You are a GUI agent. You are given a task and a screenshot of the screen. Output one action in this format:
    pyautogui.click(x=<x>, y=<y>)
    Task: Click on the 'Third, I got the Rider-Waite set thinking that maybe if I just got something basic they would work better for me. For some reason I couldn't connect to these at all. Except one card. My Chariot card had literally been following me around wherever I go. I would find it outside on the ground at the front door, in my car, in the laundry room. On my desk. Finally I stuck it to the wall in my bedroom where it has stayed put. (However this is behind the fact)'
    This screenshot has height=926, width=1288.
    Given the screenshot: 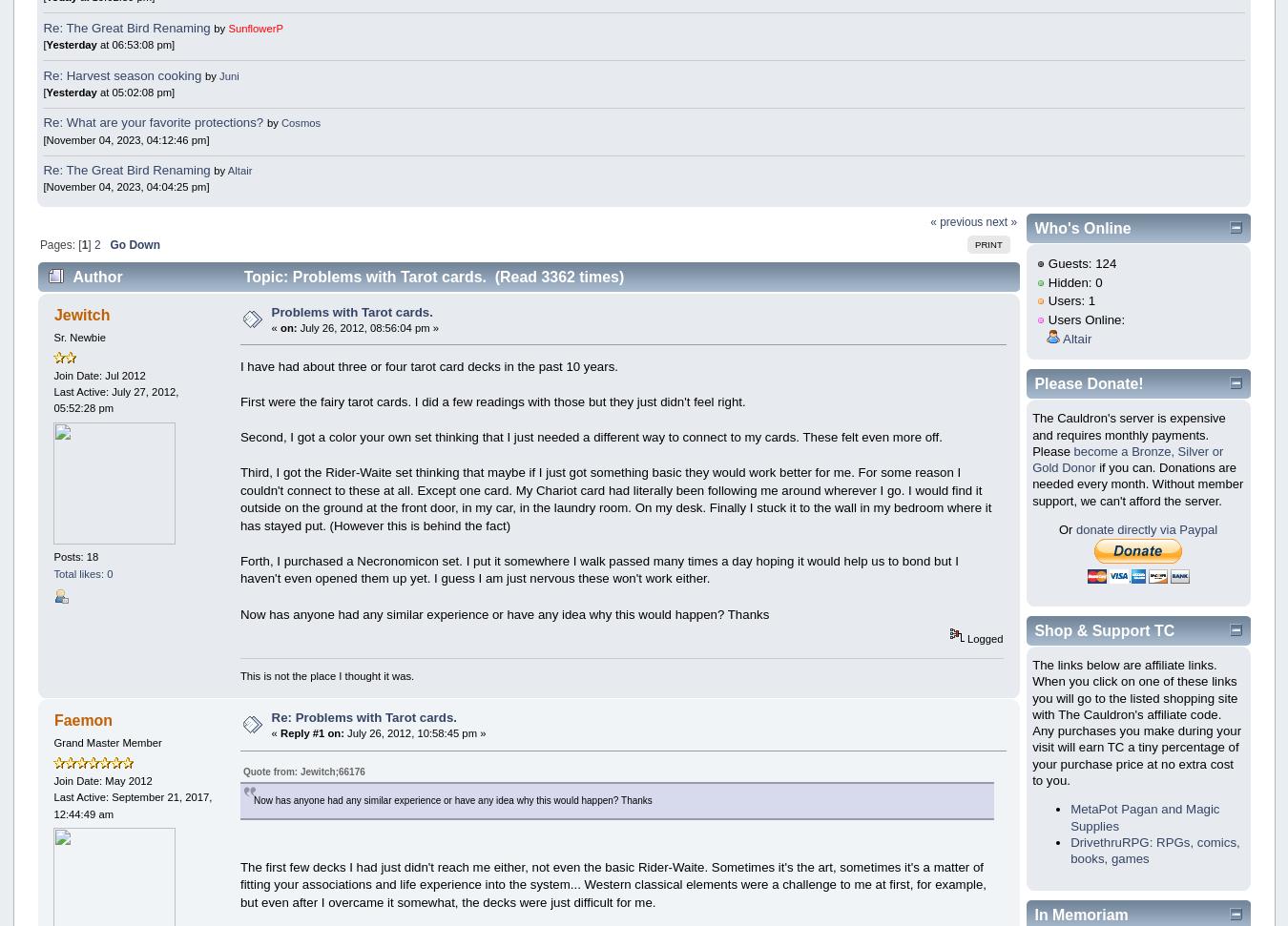 What is the action you would take?
    pyautogui.click(x=238, y=497)
    